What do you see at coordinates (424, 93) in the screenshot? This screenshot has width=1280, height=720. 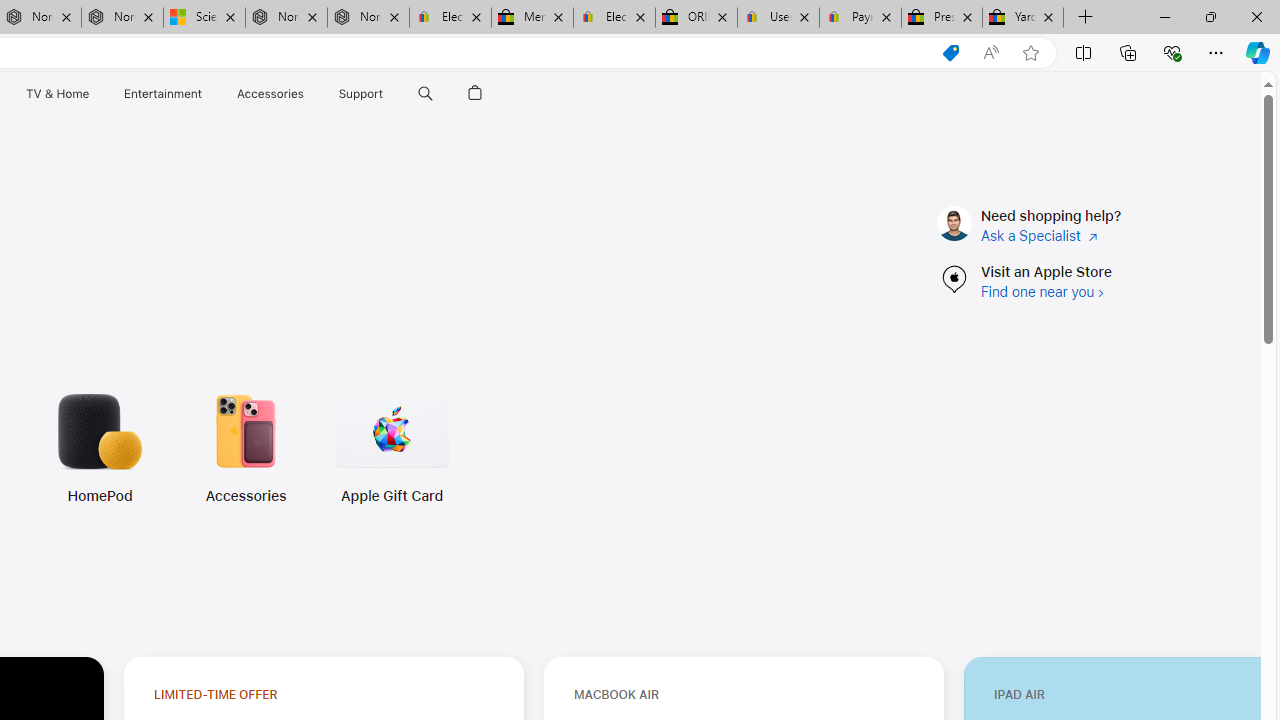 I see `'Search apple.com'` at bounding box center [424, 93].